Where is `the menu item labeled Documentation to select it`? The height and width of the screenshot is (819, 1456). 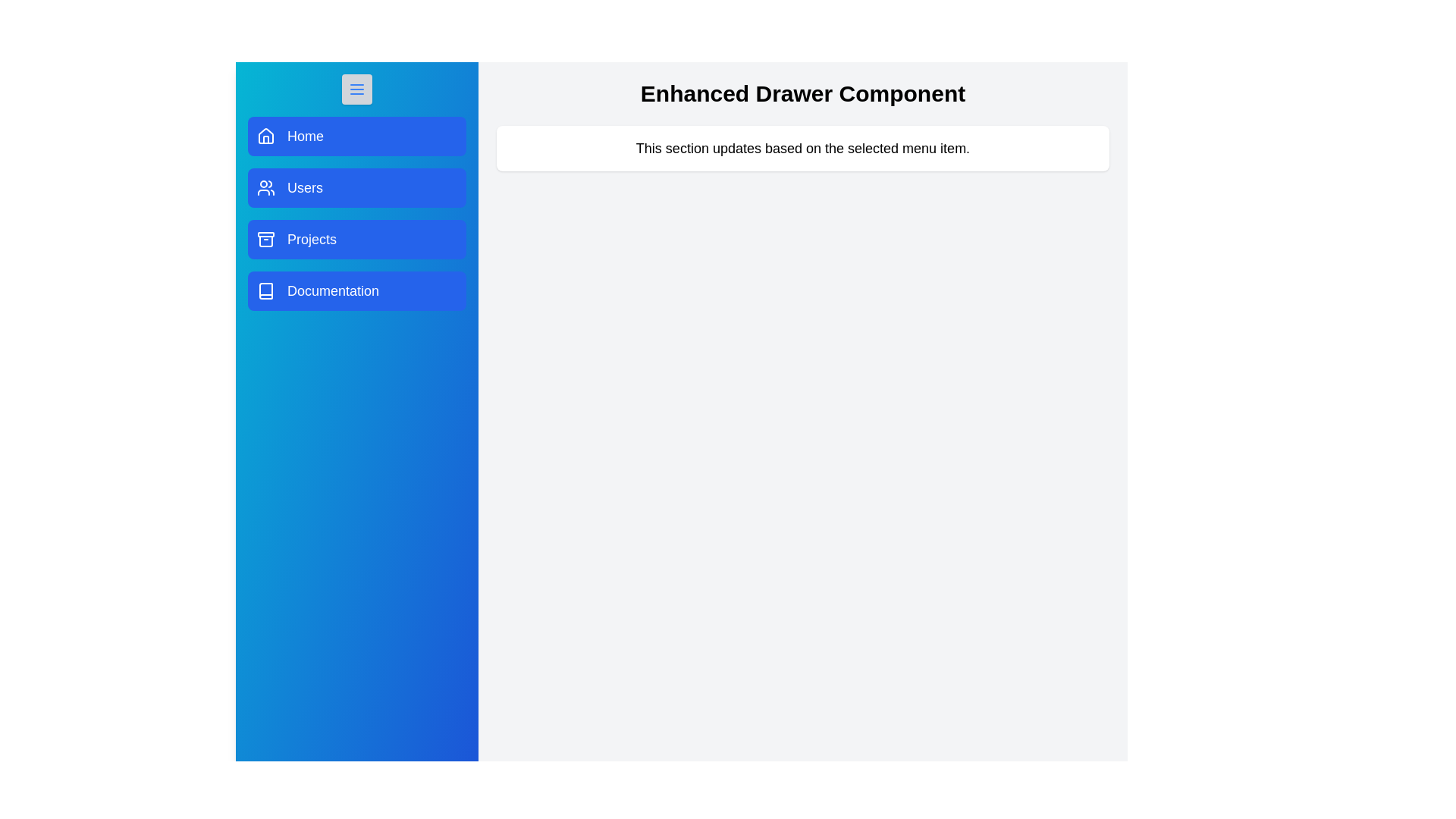 the menu item labeled Documentation to select it is located at coordinates (356, 291).